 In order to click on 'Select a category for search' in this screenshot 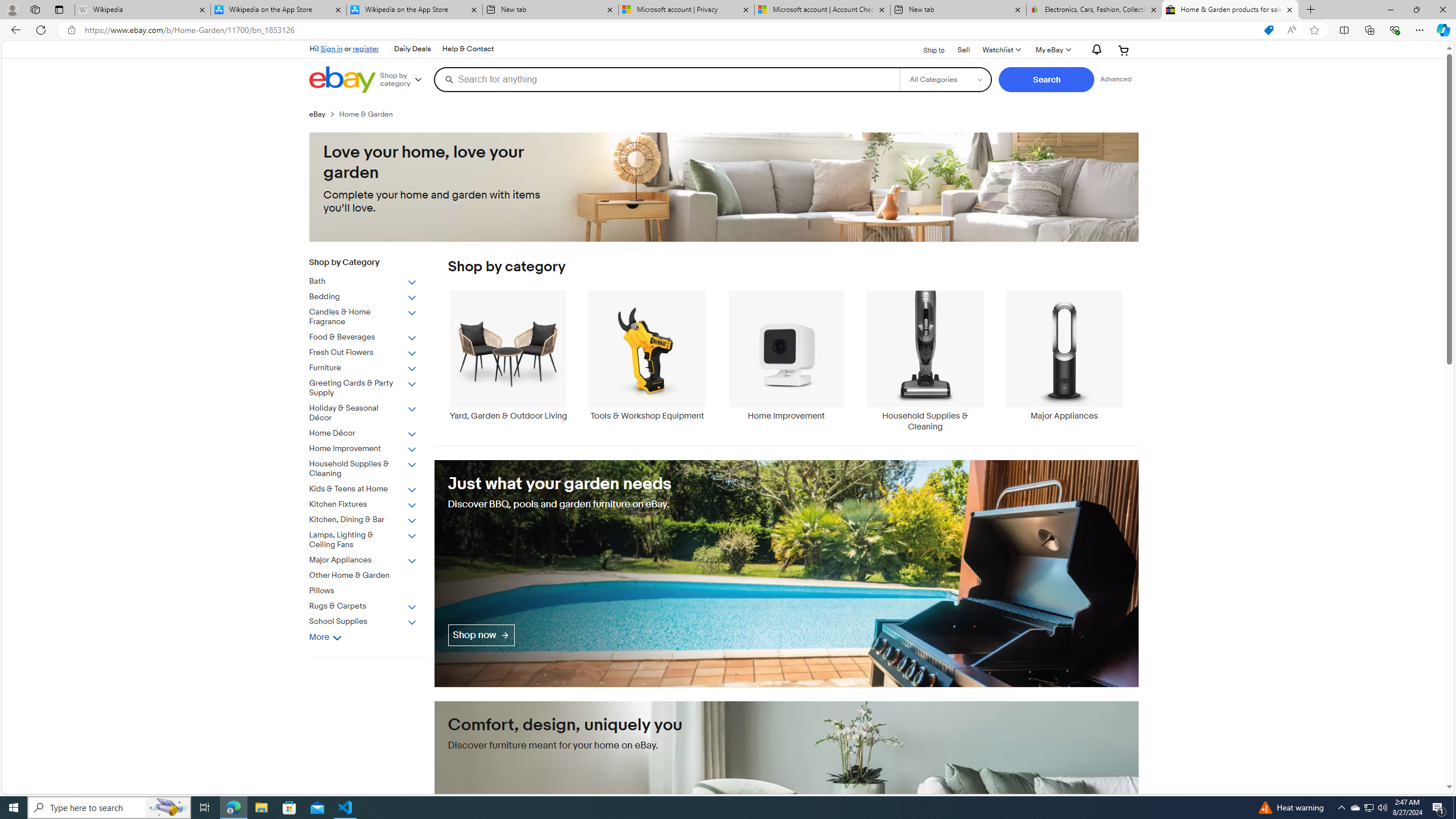, I will do `click(945, 78)`.